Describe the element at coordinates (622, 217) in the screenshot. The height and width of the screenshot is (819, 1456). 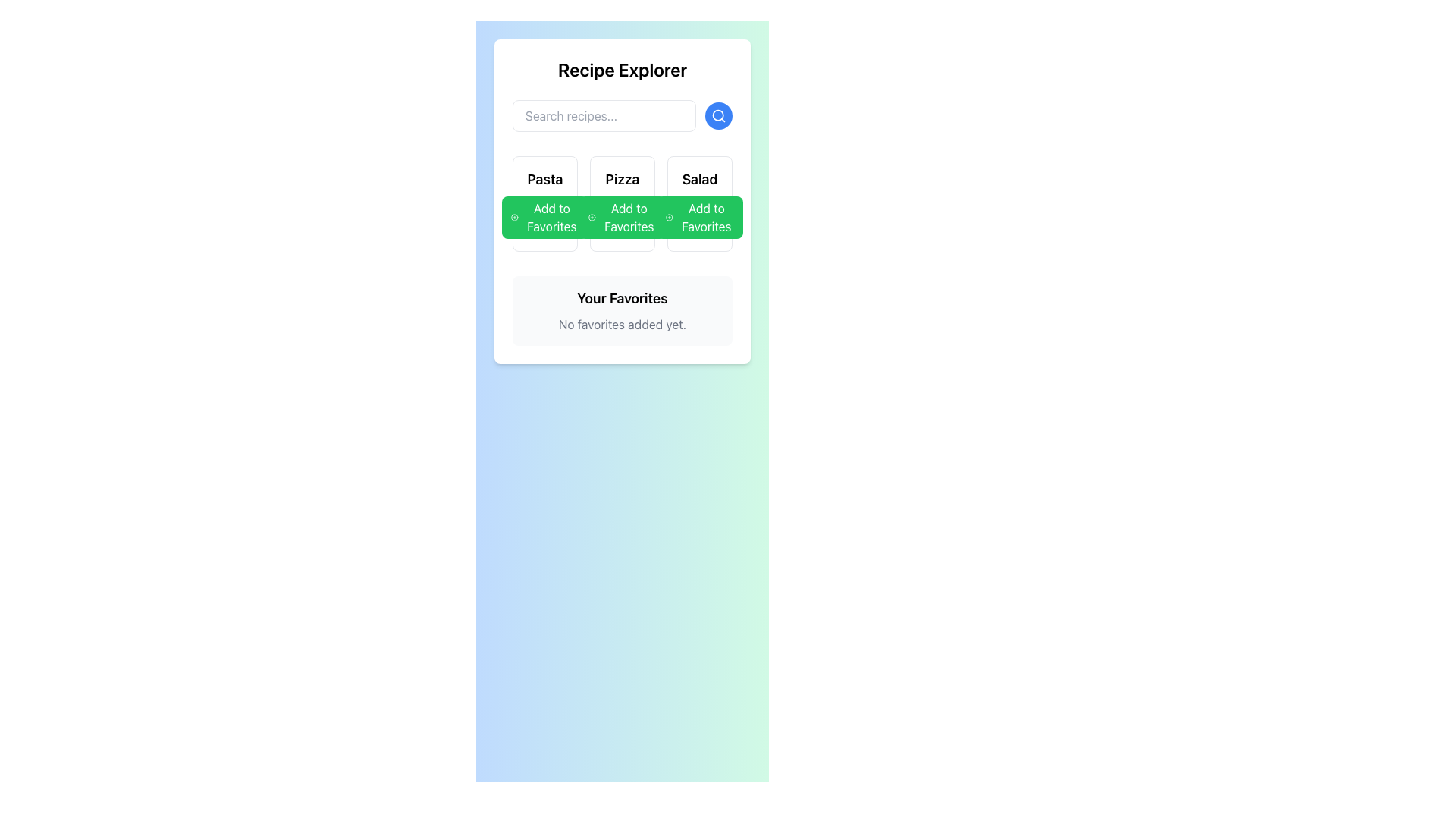
I see `the 'Add to Favorites' button, which has a green background, white text, and a plus sign icon, located beneath the 'Pizza' label` at that location.